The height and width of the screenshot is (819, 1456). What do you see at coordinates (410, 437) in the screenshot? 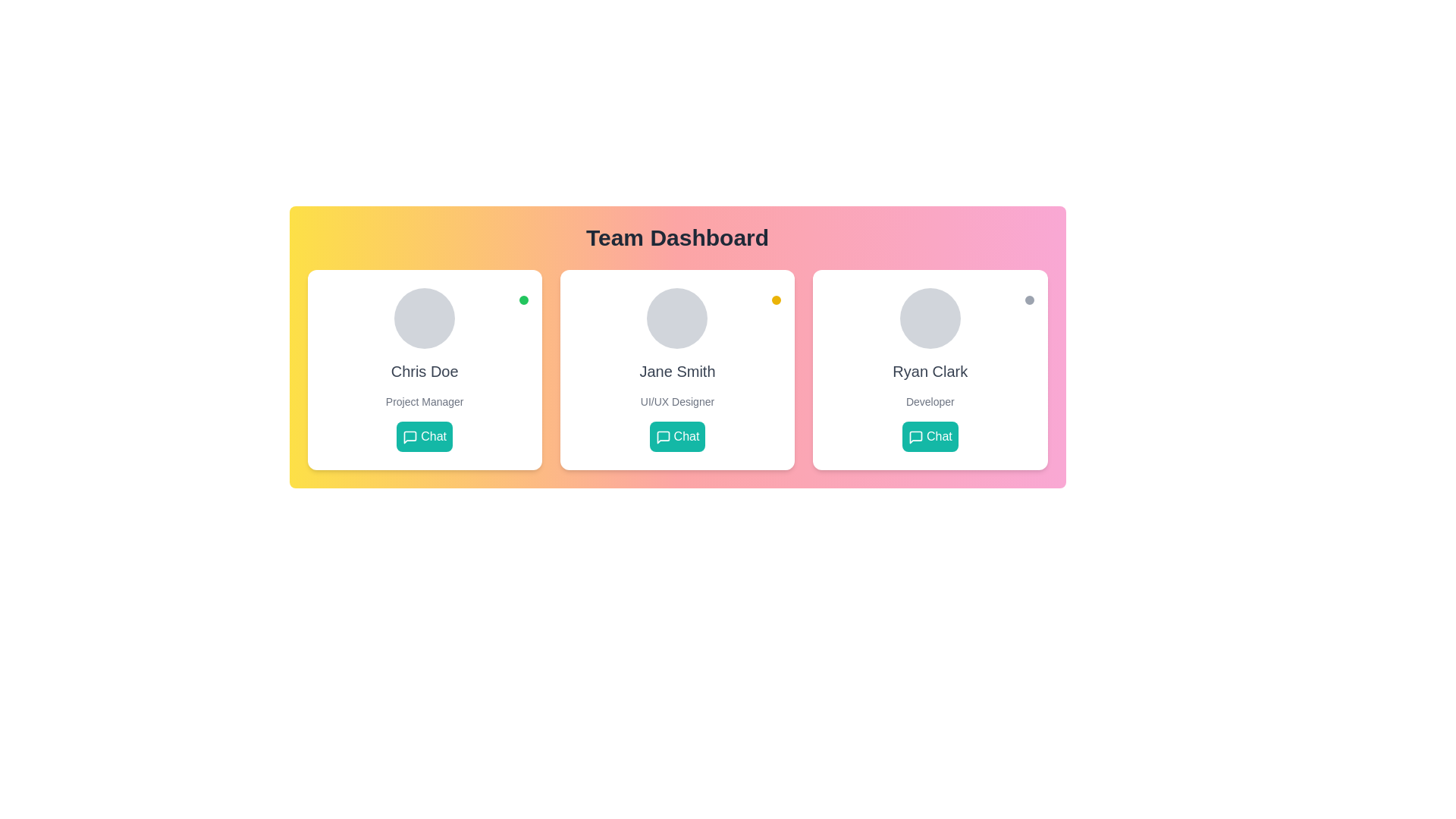
I see `the teal speech bubble icon that is centrally positioned within the 'Chat' button under the profile card for 'Chris Doe, Project Manager'` at bounding box center [410, 437].